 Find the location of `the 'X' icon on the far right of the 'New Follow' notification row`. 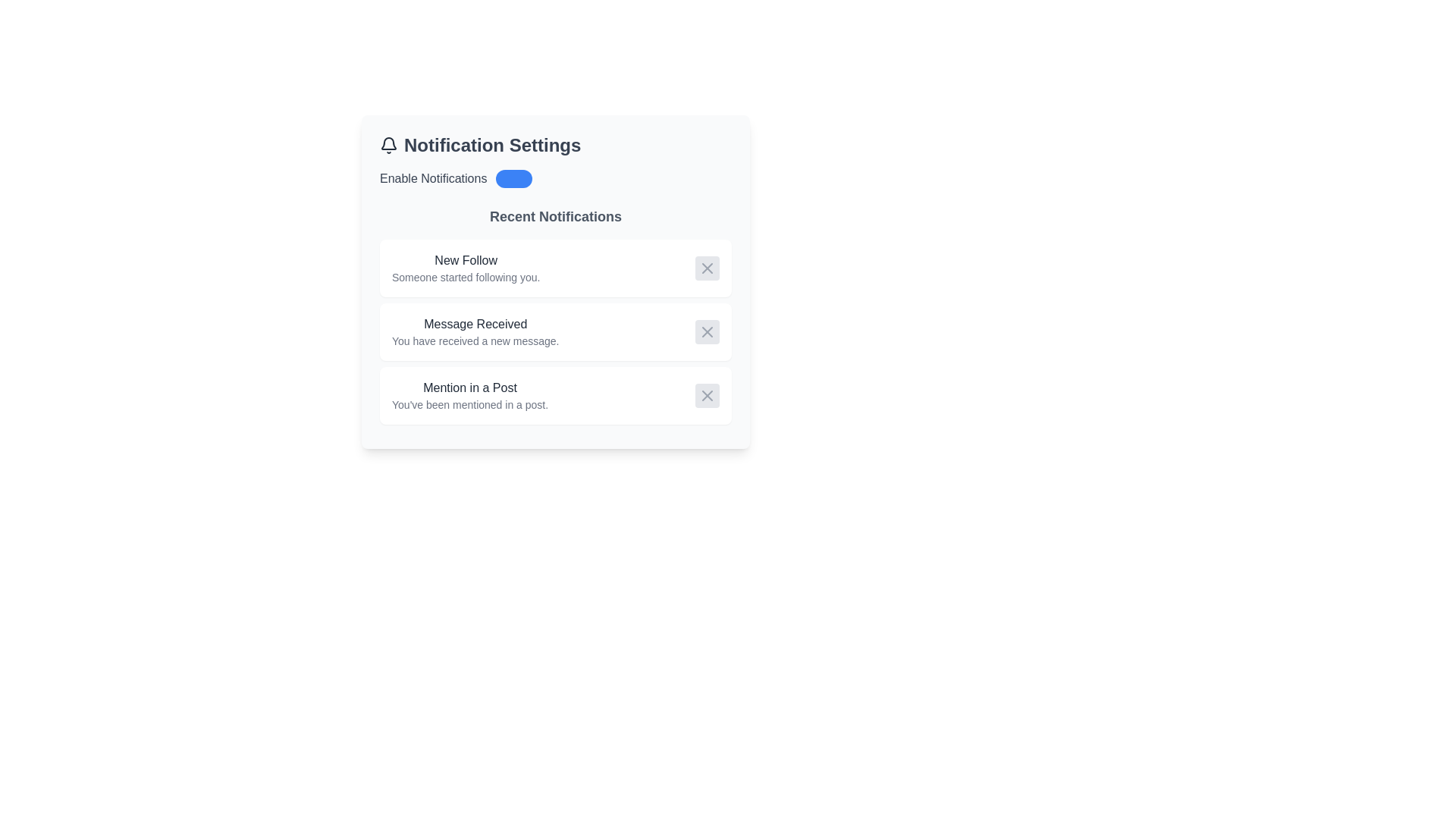

the 'X' icon on the far right of the 'New Follow' notification row is located at coordinates (706, 268).